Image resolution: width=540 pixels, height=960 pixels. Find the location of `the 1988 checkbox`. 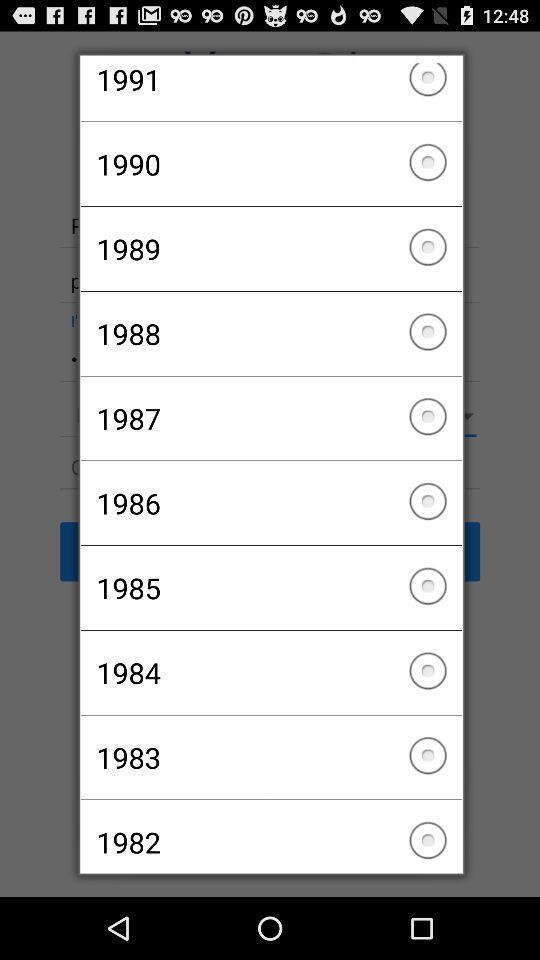

the 1988 checkbox is located at coordinates (270, 333).